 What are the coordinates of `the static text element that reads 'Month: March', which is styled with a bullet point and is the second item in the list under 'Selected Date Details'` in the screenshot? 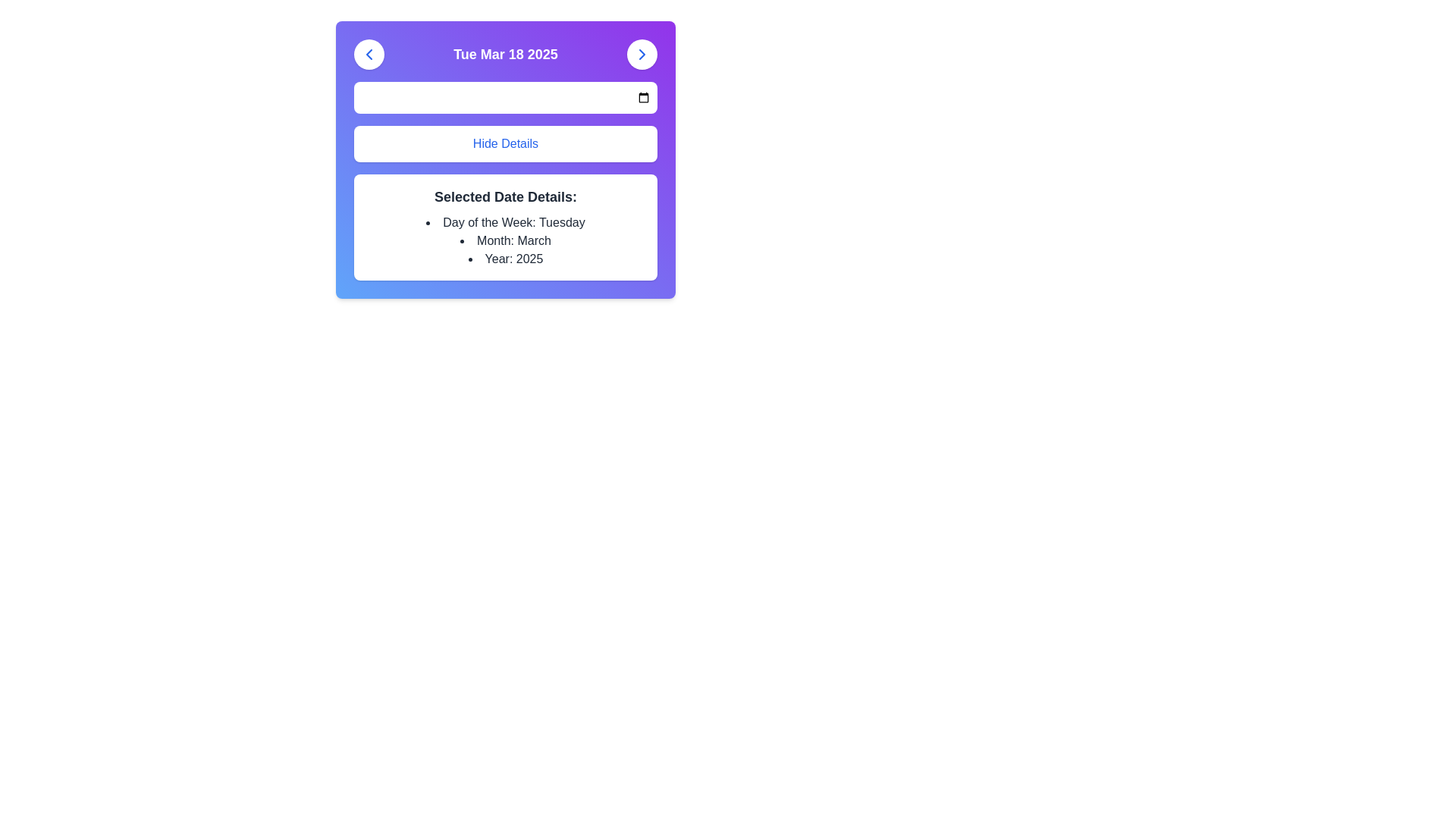 It's located at (506, 240).